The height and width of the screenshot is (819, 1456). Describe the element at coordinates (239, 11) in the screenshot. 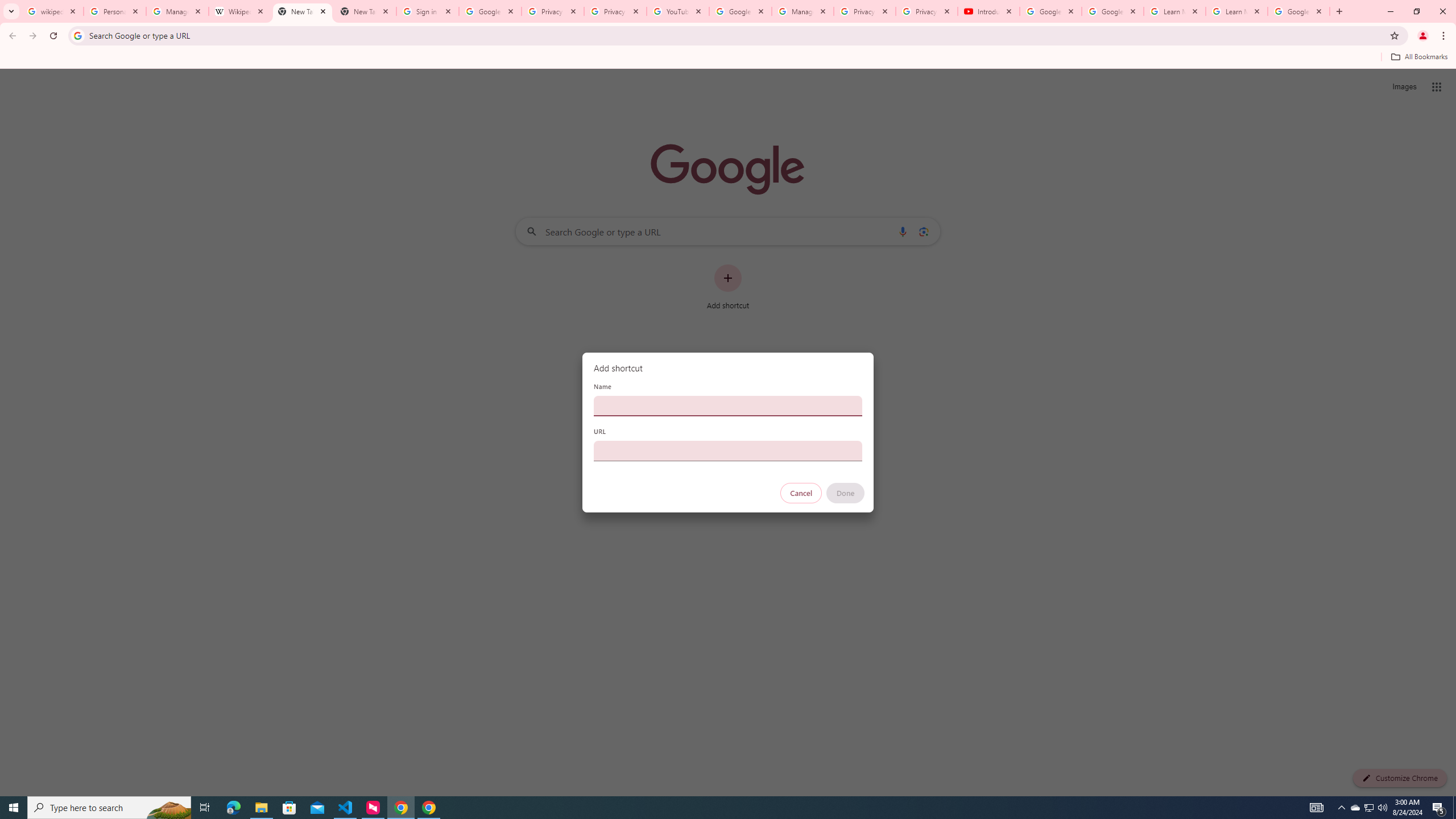

I see `'Wikipedia:Edit requests - Wikipedia'` at that location.